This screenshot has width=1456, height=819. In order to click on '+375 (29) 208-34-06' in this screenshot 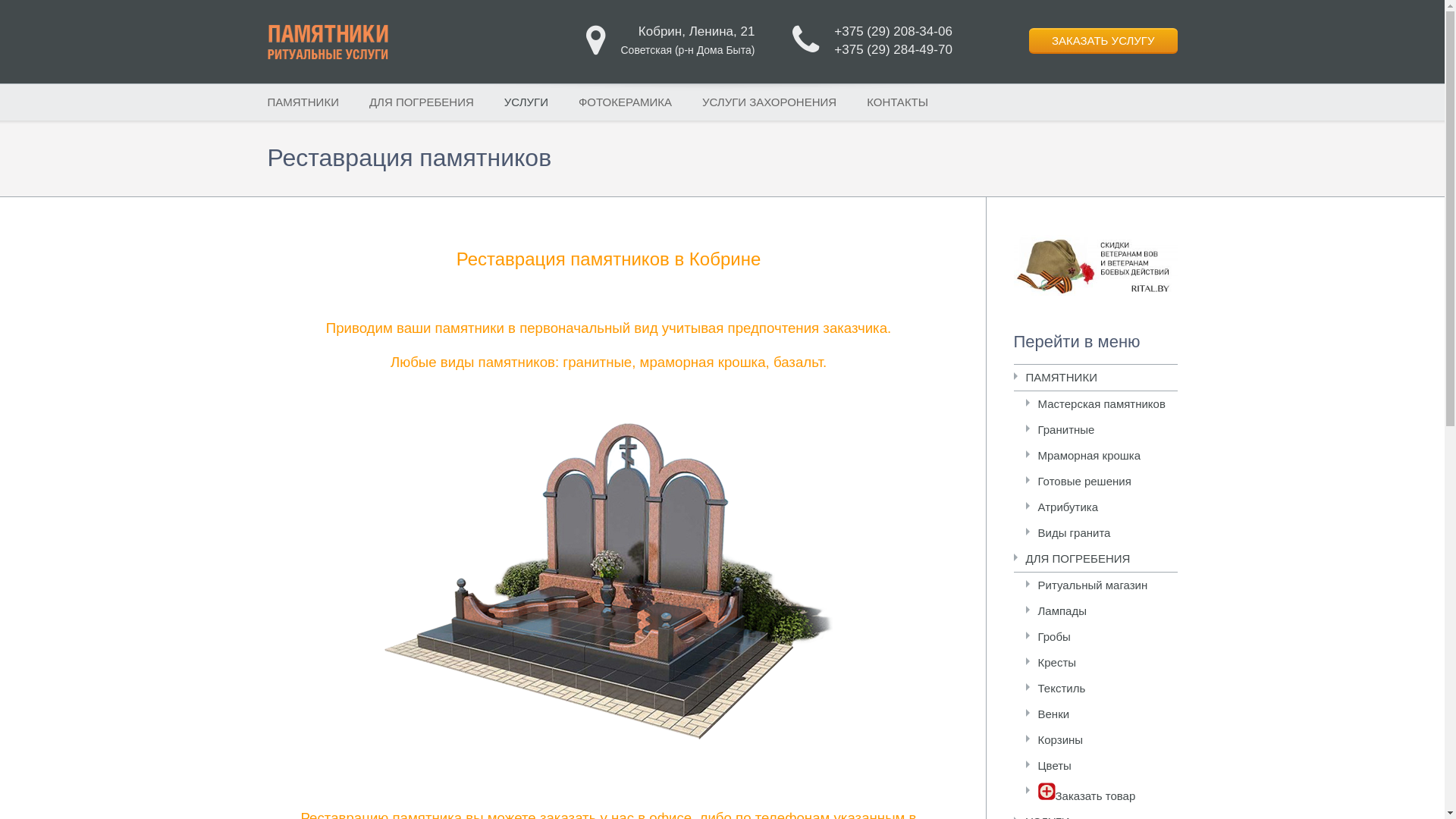, I will do `click(893, 31)`.